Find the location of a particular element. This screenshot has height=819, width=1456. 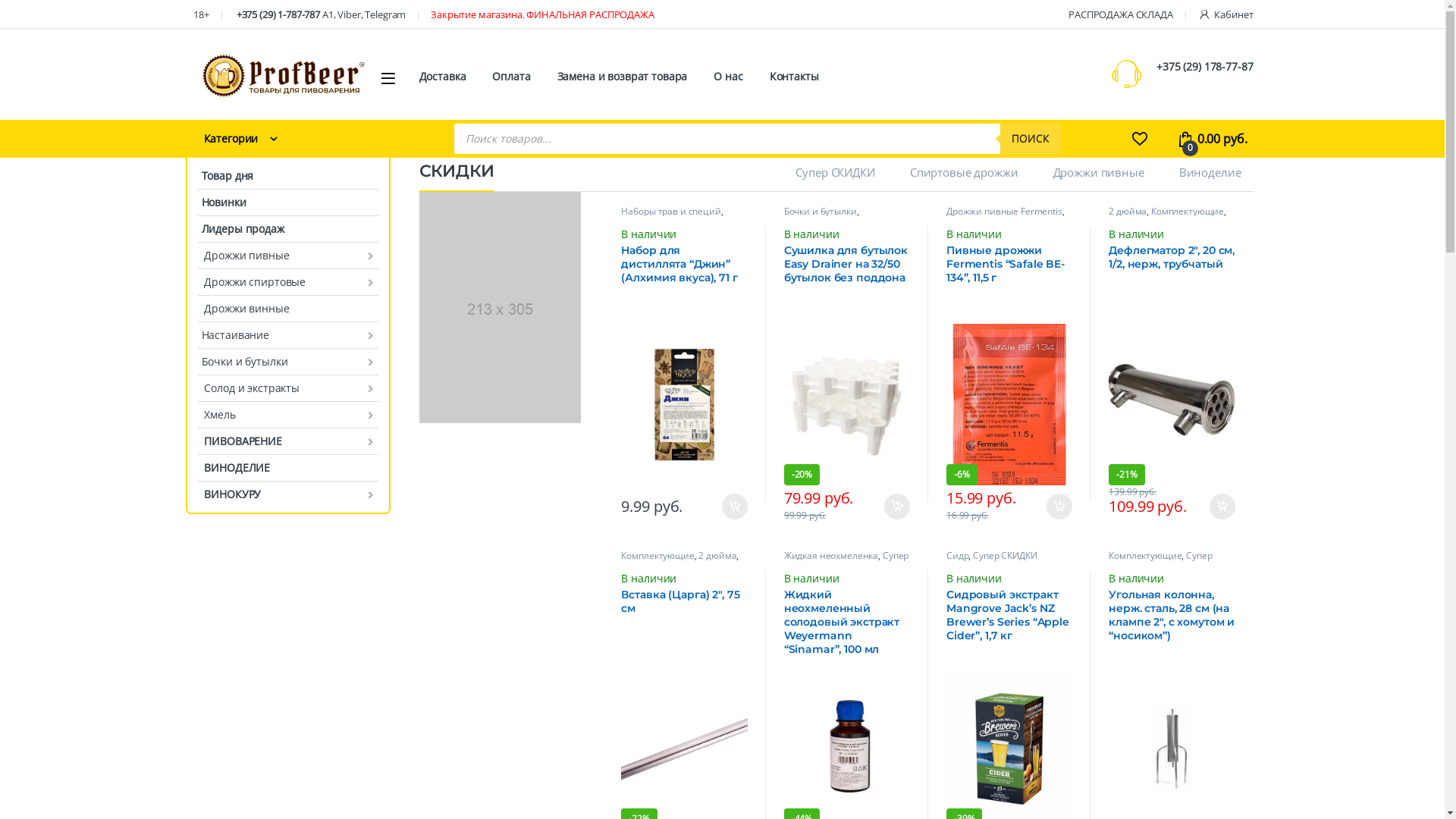

' 18+' is located at coordinates (199, 14).